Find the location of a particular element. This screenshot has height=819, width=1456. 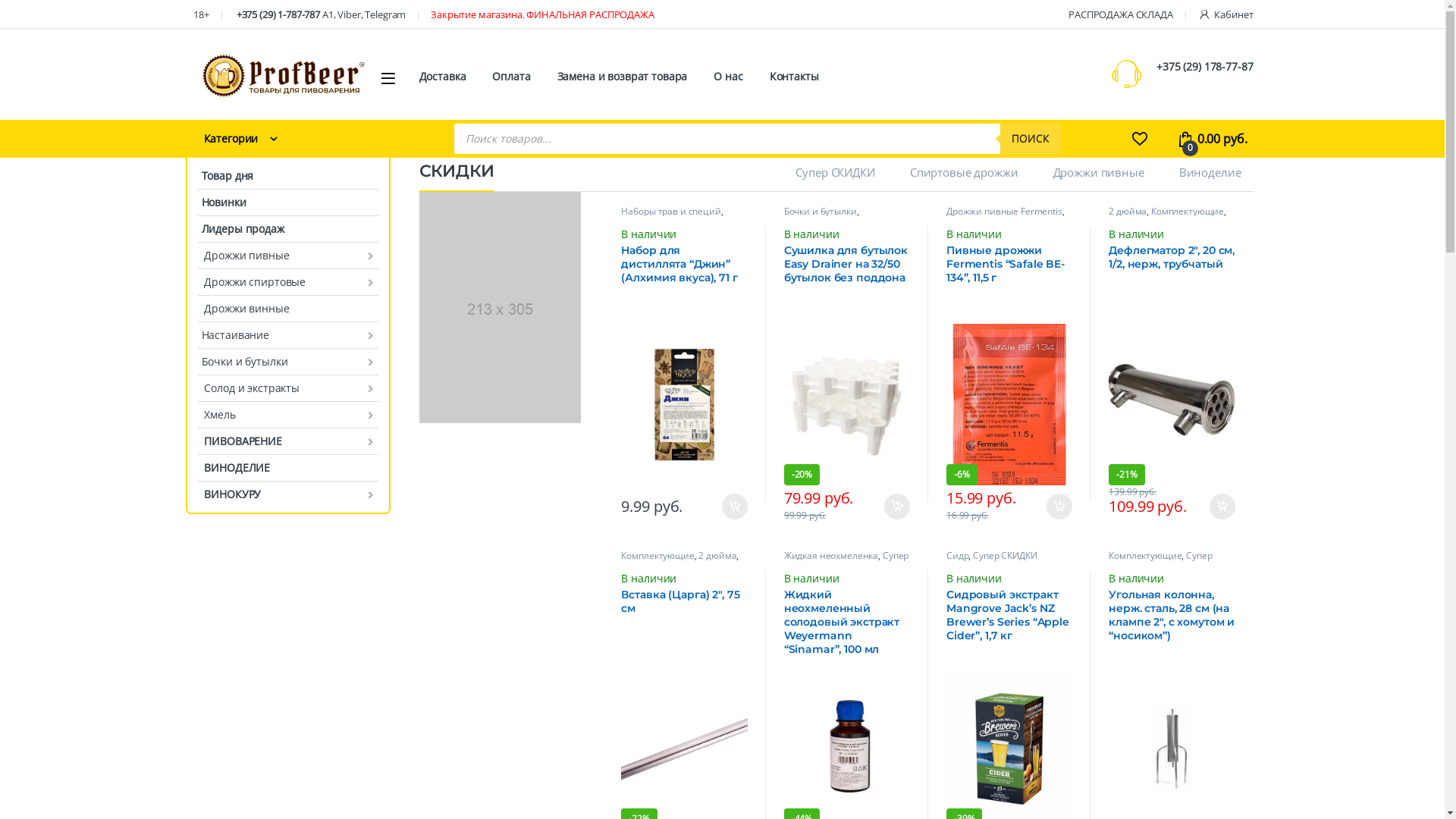

' 18+' is located at coordinates (199, 14).